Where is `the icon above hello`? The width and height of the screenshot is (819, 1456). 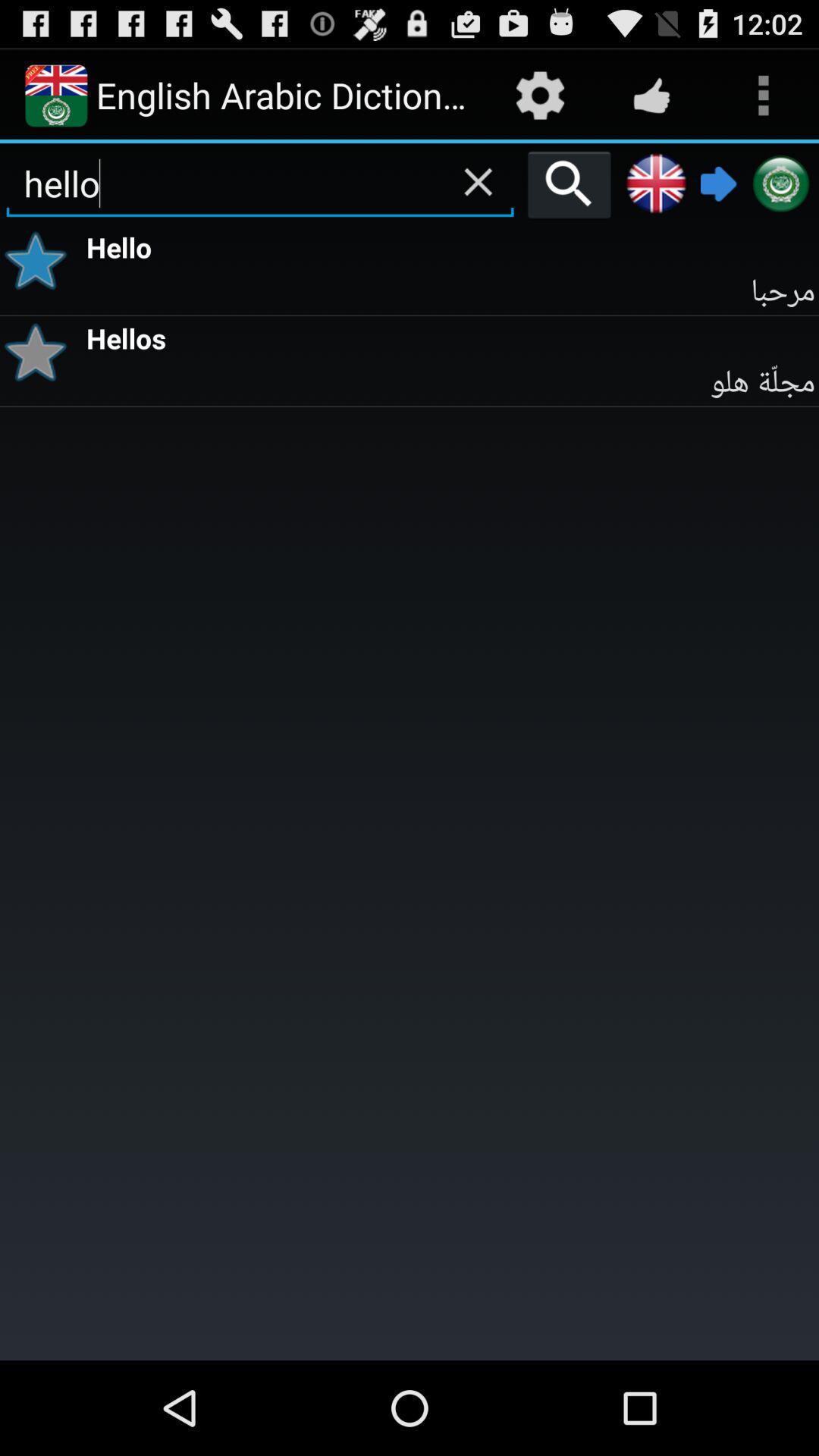
the icon above hello is located at coordinates (478, 182).